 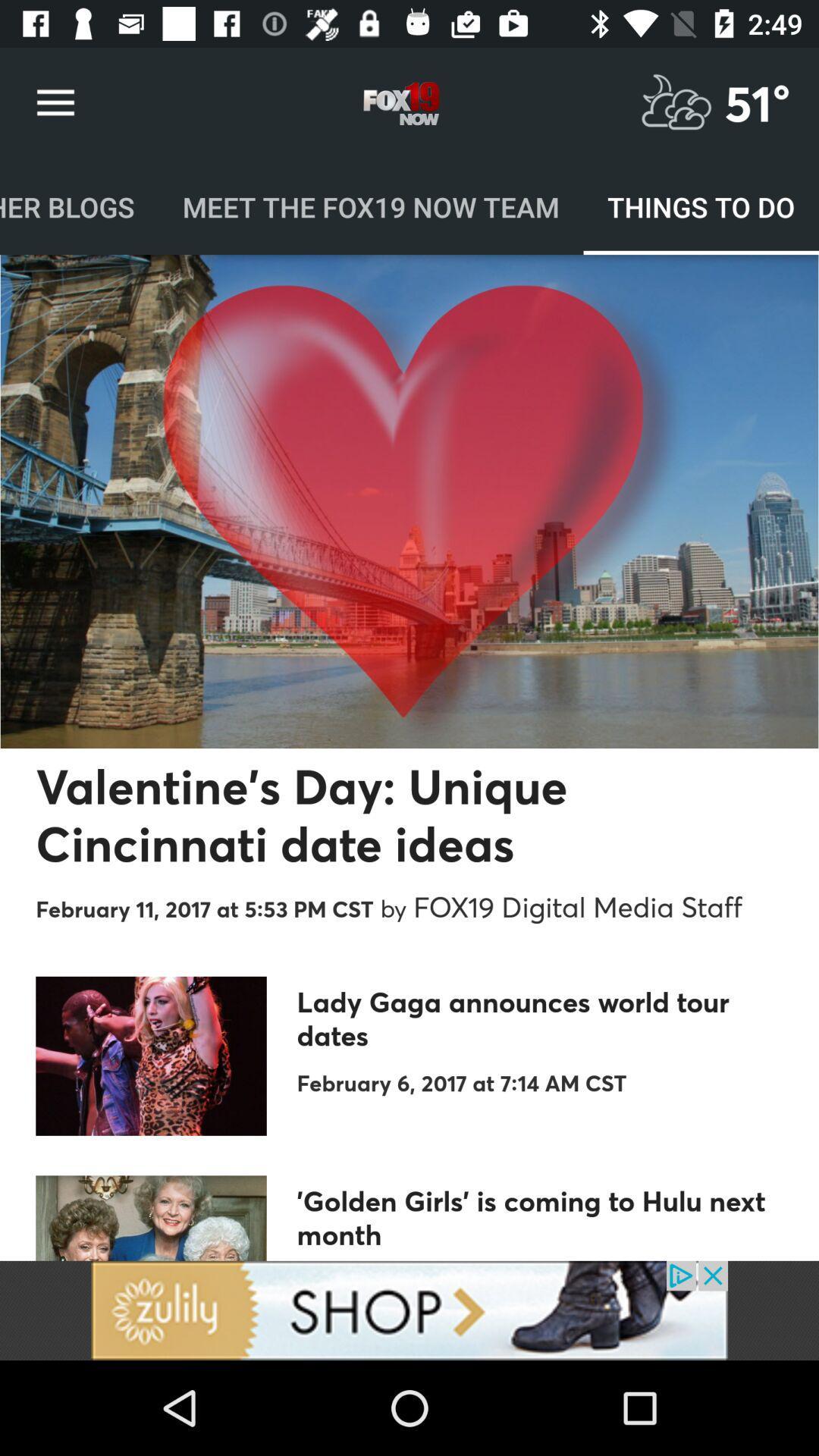 I want to click on of the option, so click(x=409, y=1310).